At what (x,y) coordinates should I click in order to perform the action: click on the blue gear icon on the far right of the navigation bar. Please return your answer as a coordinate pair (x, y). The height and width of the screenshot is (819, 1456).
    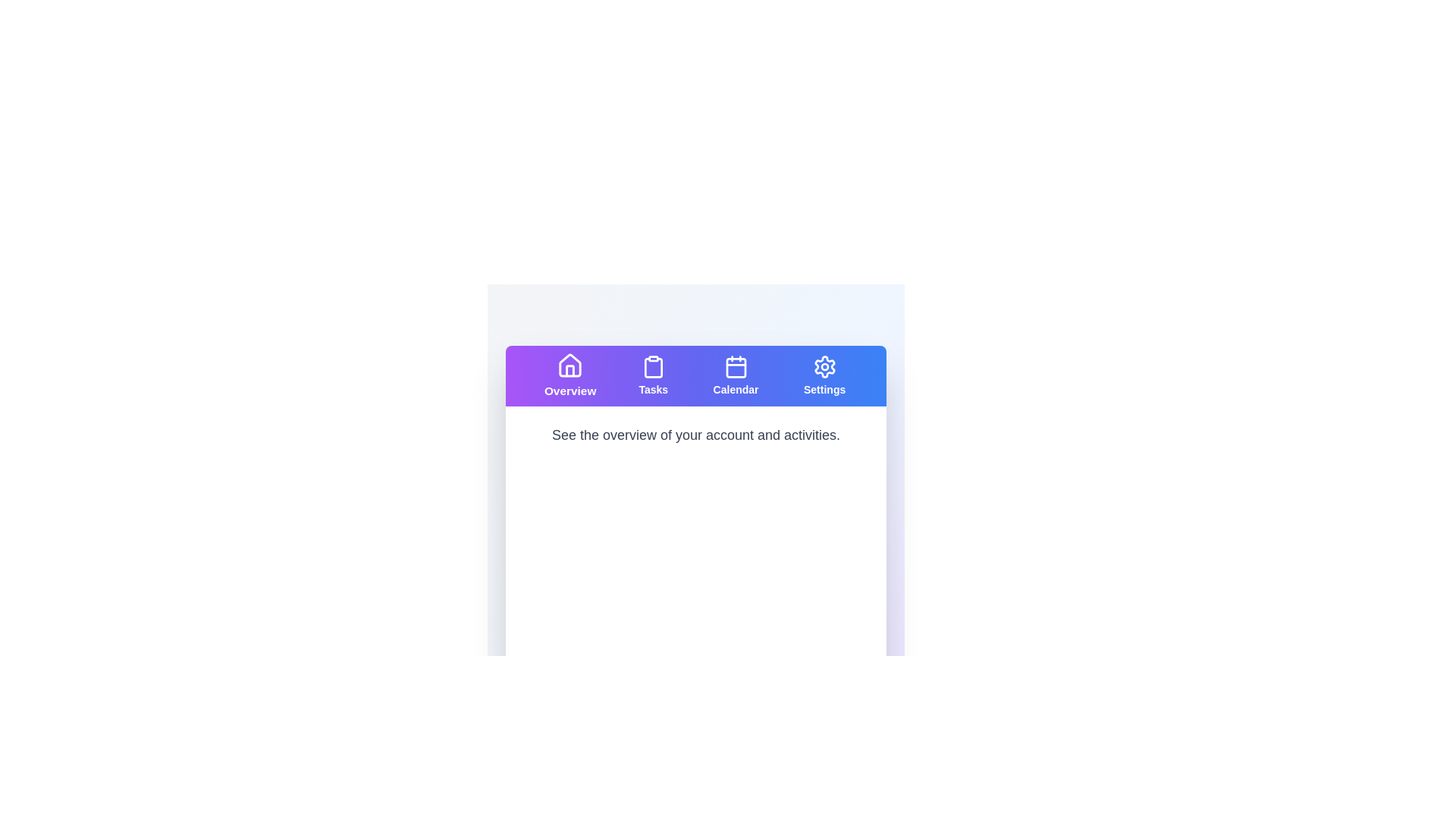
    Looking at the image, I should click on (824, 367).